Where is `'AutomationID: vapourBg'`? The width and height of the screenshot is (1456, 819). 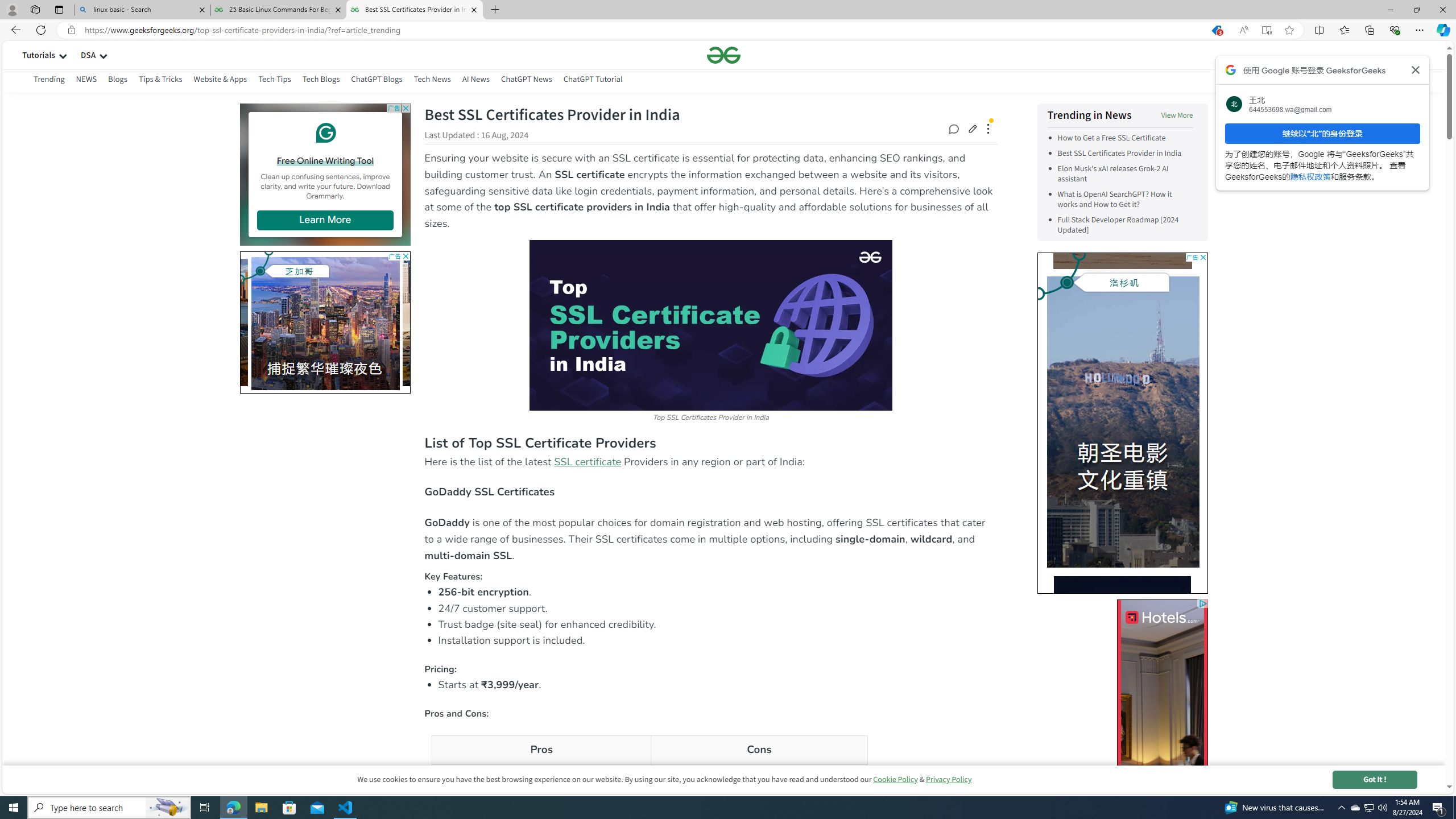 'AutomationID: vapourBg' is located at coordinates (1122, 422).